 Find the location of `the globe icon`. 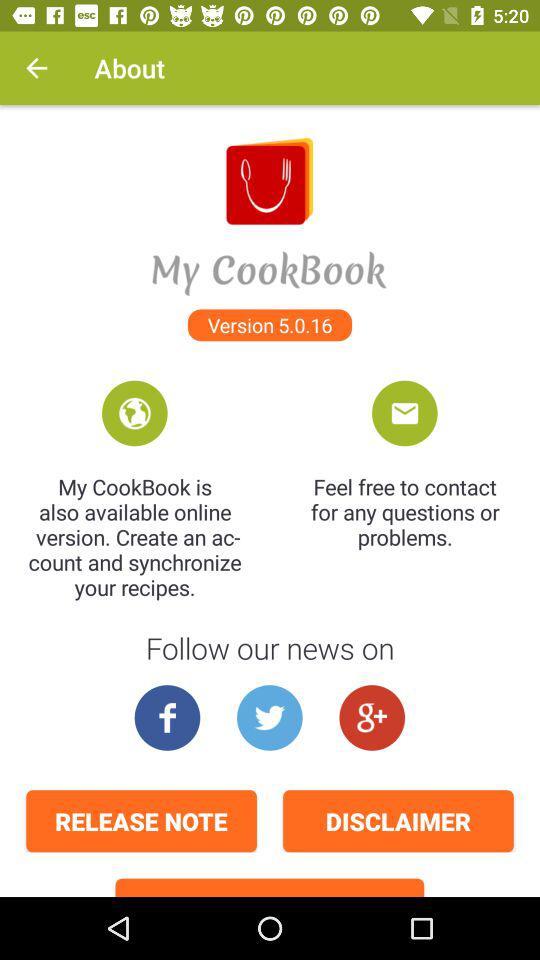

the globe icon is located at coordinates (134, 412).